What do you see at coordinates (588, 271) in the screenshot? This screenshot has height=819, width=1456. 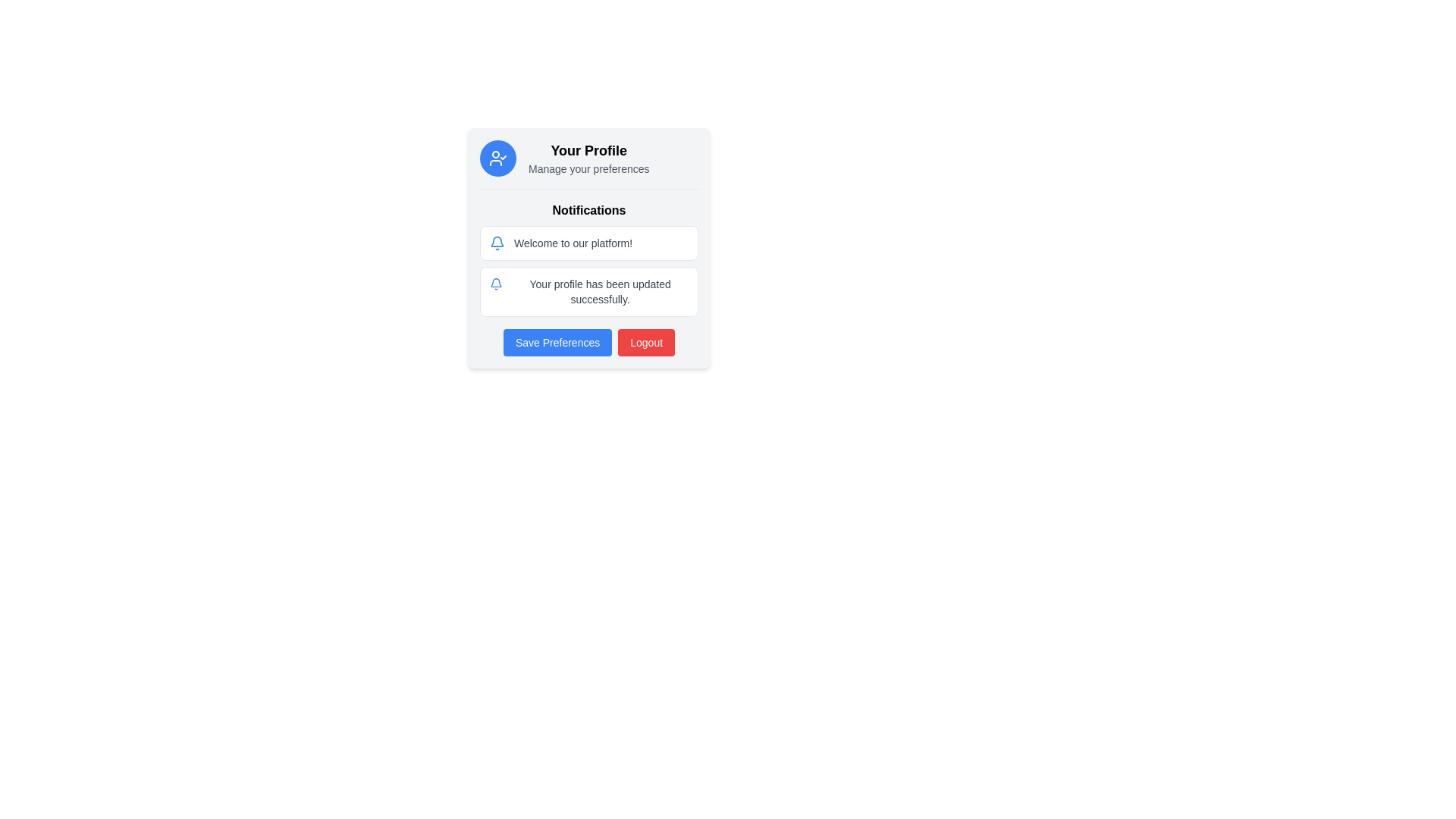 I see `the second notification in the notification panel that informs the user about a successful profile update` at bounding box center [588, 271].